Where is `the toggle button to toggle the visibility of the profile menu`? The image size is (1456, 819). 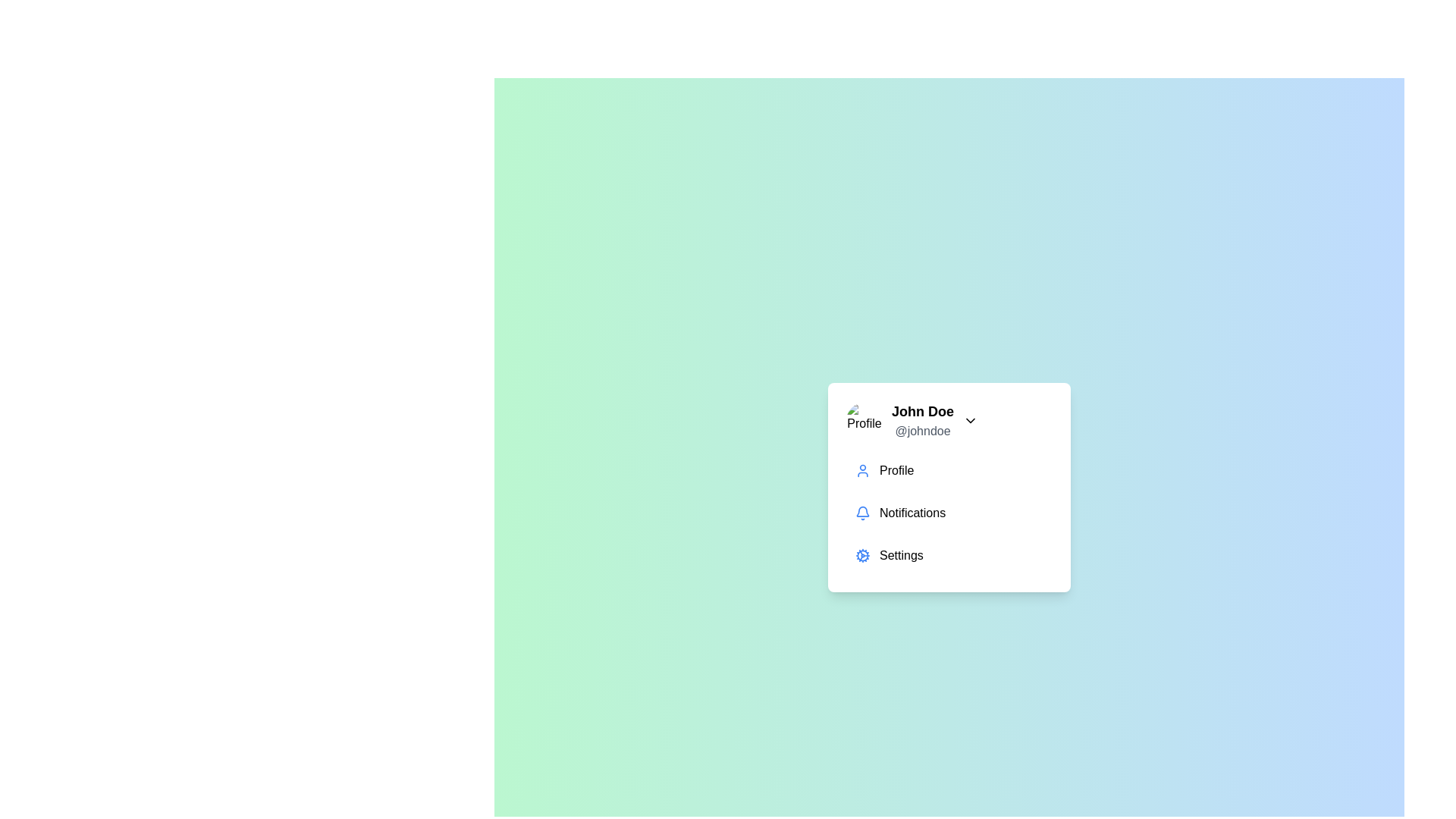
the toggle button to toggle the visibility of the profile menu is located at coordinates (971, 421).